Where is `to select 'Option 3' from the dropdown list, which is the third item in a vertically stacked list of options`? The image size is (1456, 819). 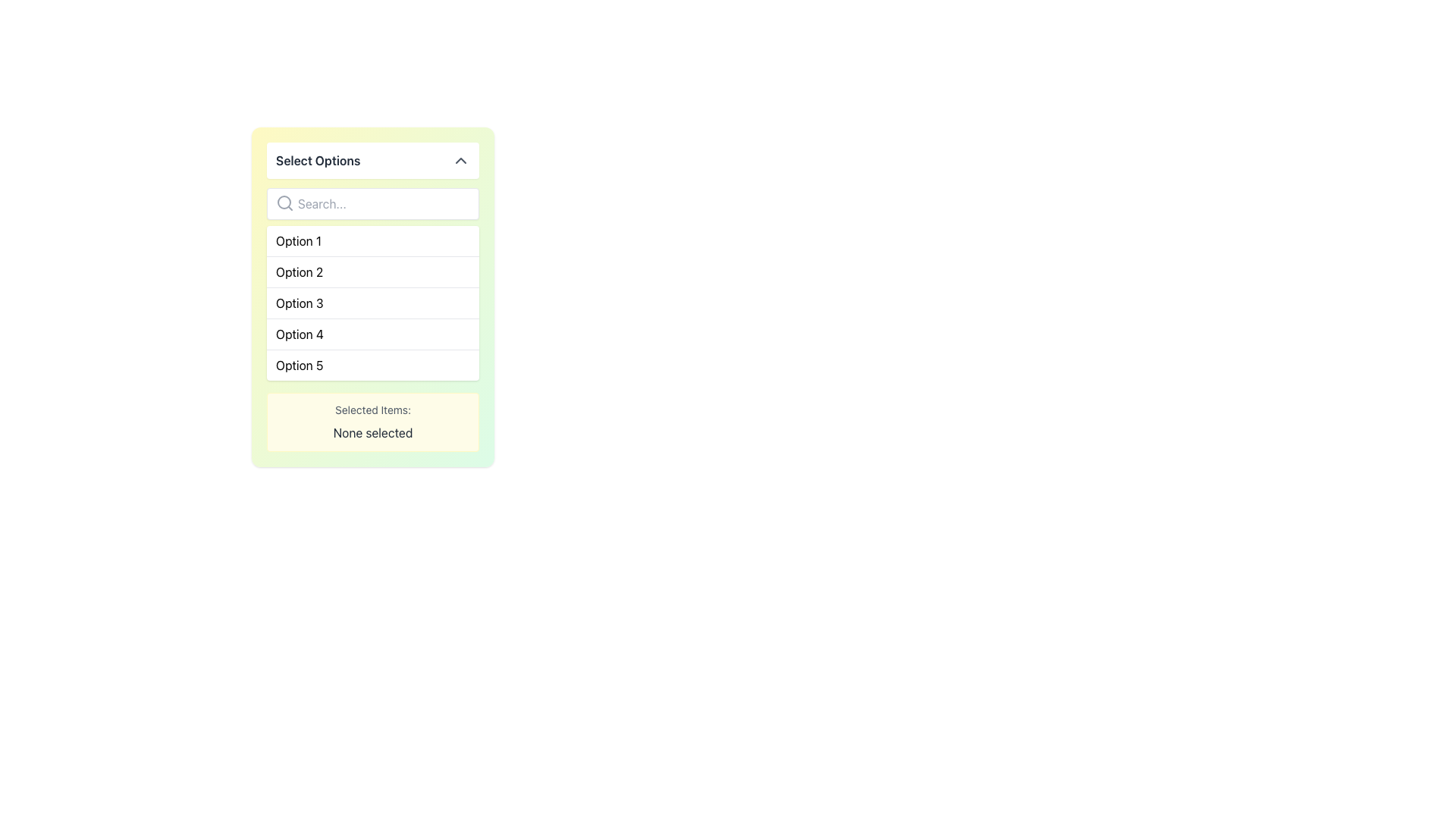
to select 'Option 3' from the dropdown list, which is the third item in a vertically stacked list of options is located at coordinates (372, 302).